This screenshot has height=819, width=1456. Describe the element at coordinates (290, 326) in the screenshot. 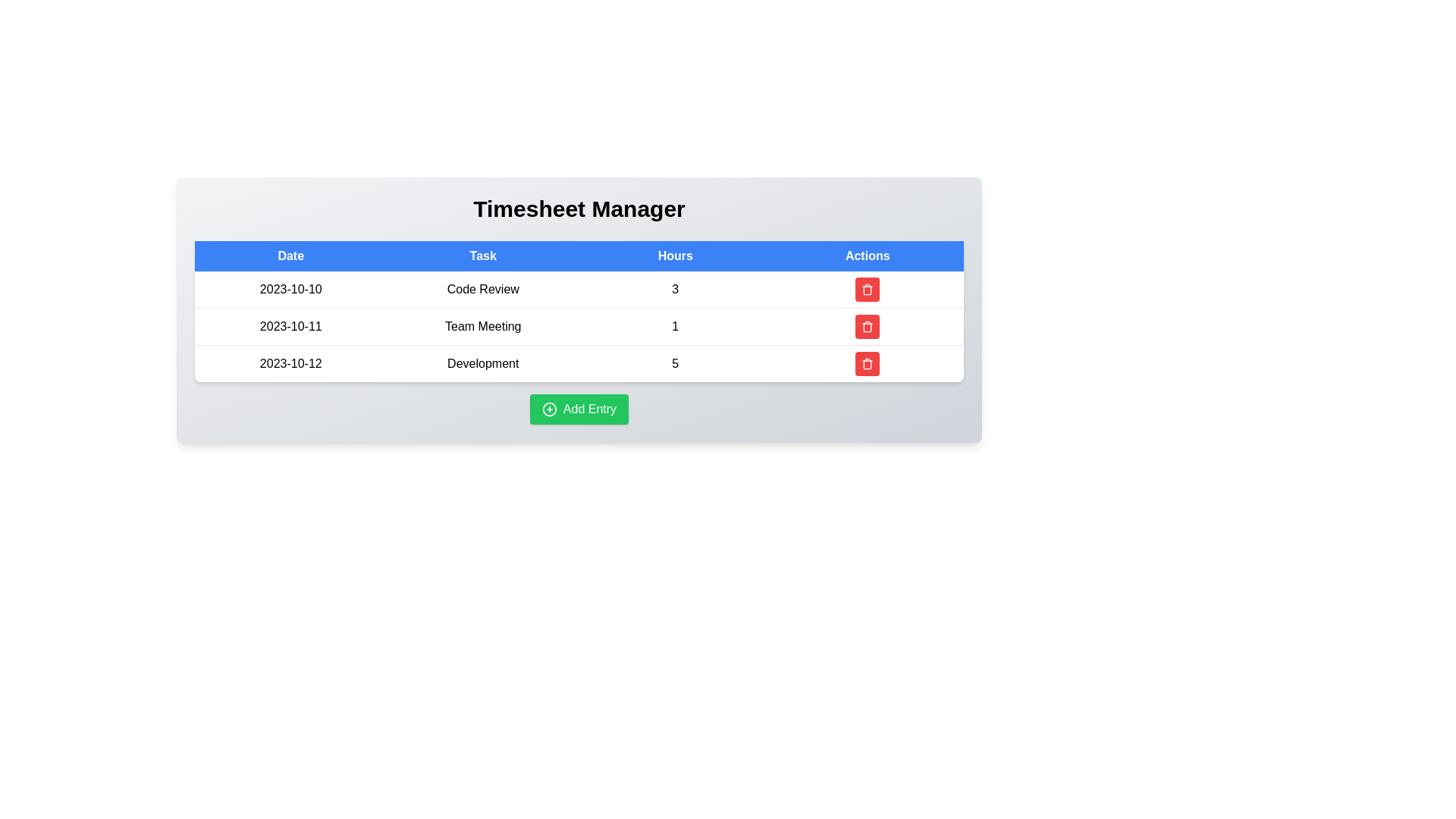

I see `the non-interactive text label displaying the date '2023-10-11' in the middle row of the timesheet table, which is in the first column labeled 'Date'` at that location.